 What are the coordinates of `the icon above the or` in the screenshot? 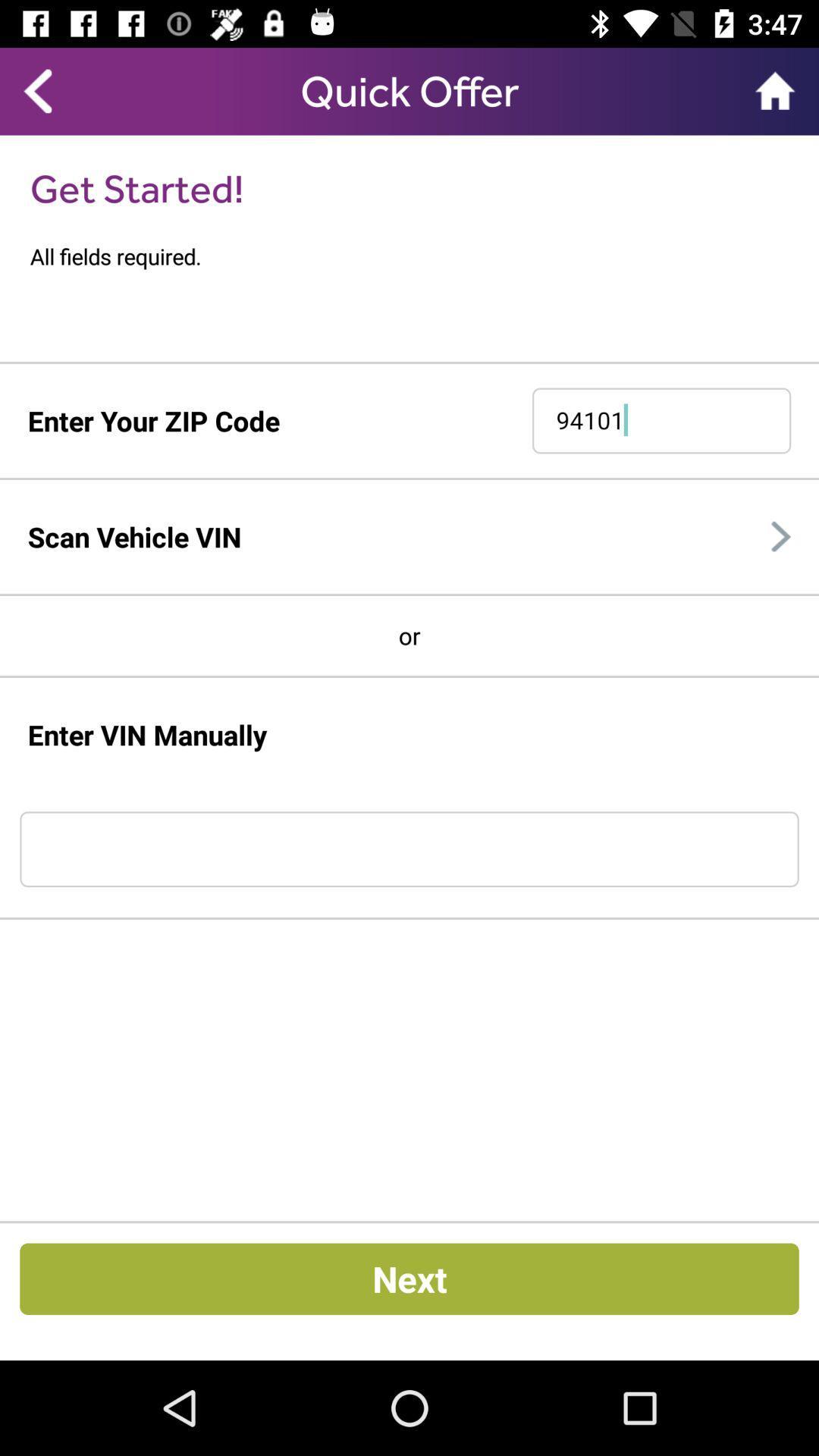 It's located at (409, 594).